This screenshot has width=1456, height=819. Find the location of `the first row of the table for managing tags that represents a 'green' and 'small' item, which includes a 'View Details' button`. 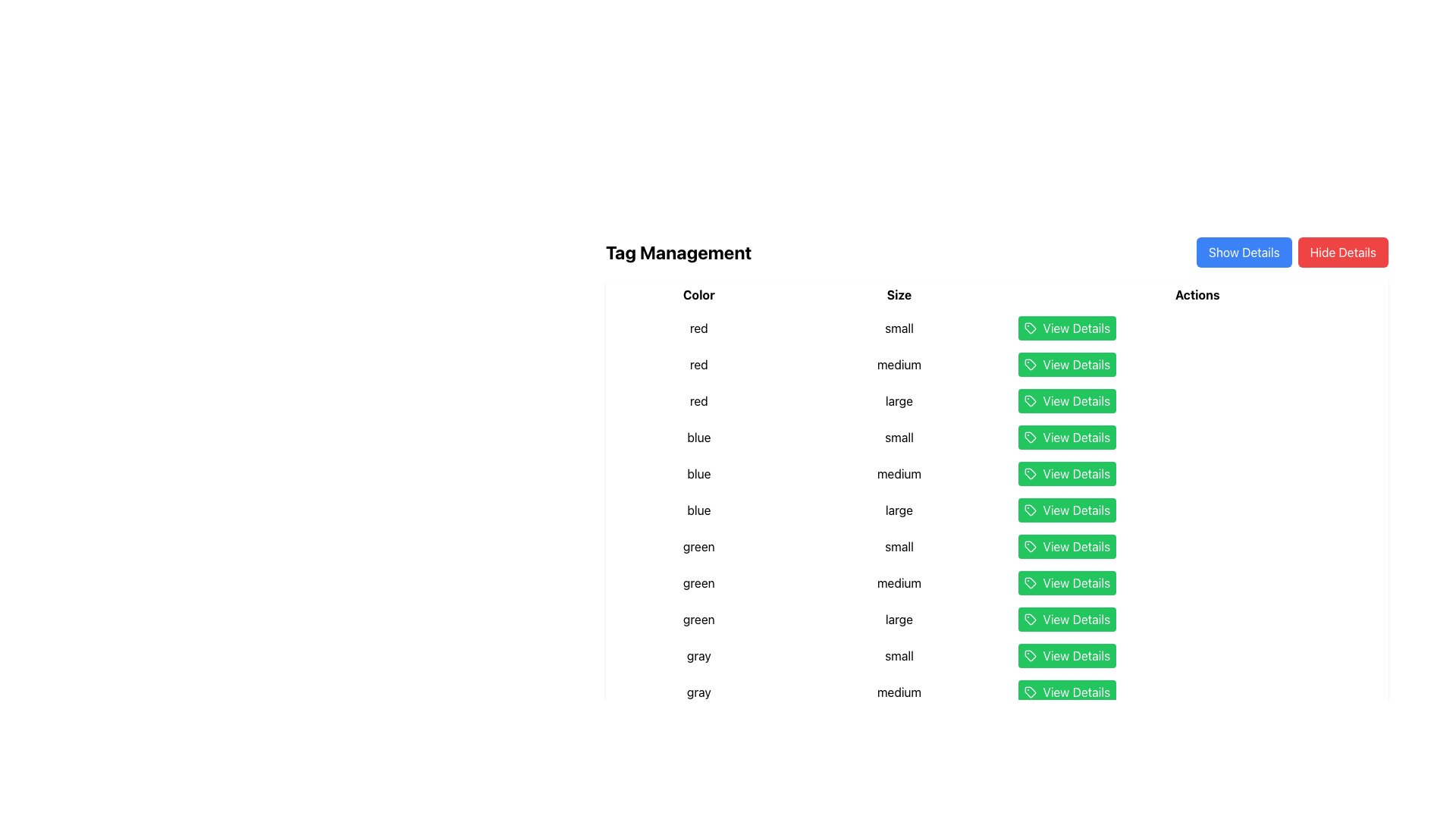

the first row of the table for managing tags that represents a 'green' and 'small' item, which includes a 'View Details' button is located at coordinates (997, 547).